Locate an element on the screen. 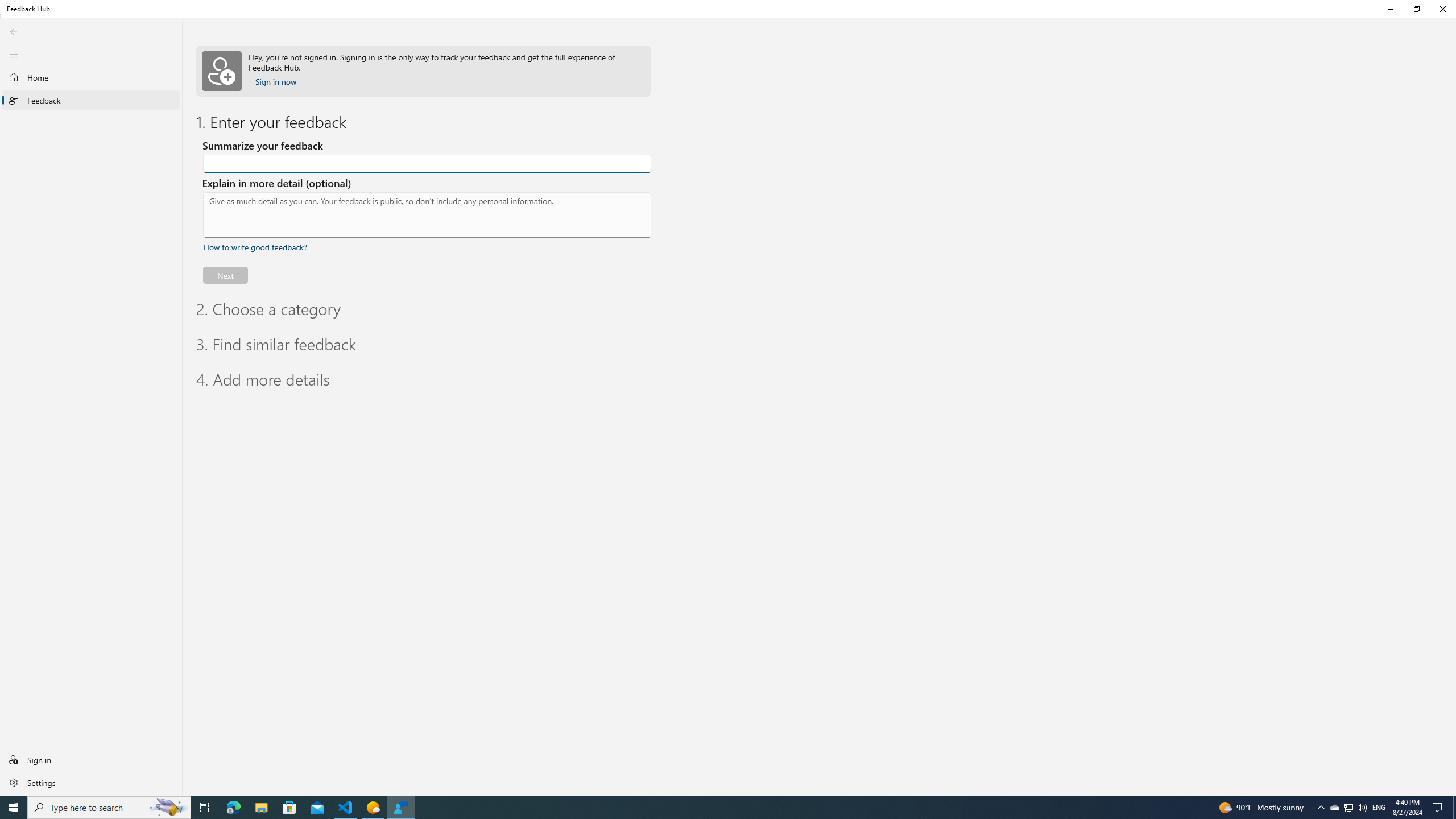 The image size is (1456, 819). 'User Promoted Notification Area' is located at coordinates (1347, 806).